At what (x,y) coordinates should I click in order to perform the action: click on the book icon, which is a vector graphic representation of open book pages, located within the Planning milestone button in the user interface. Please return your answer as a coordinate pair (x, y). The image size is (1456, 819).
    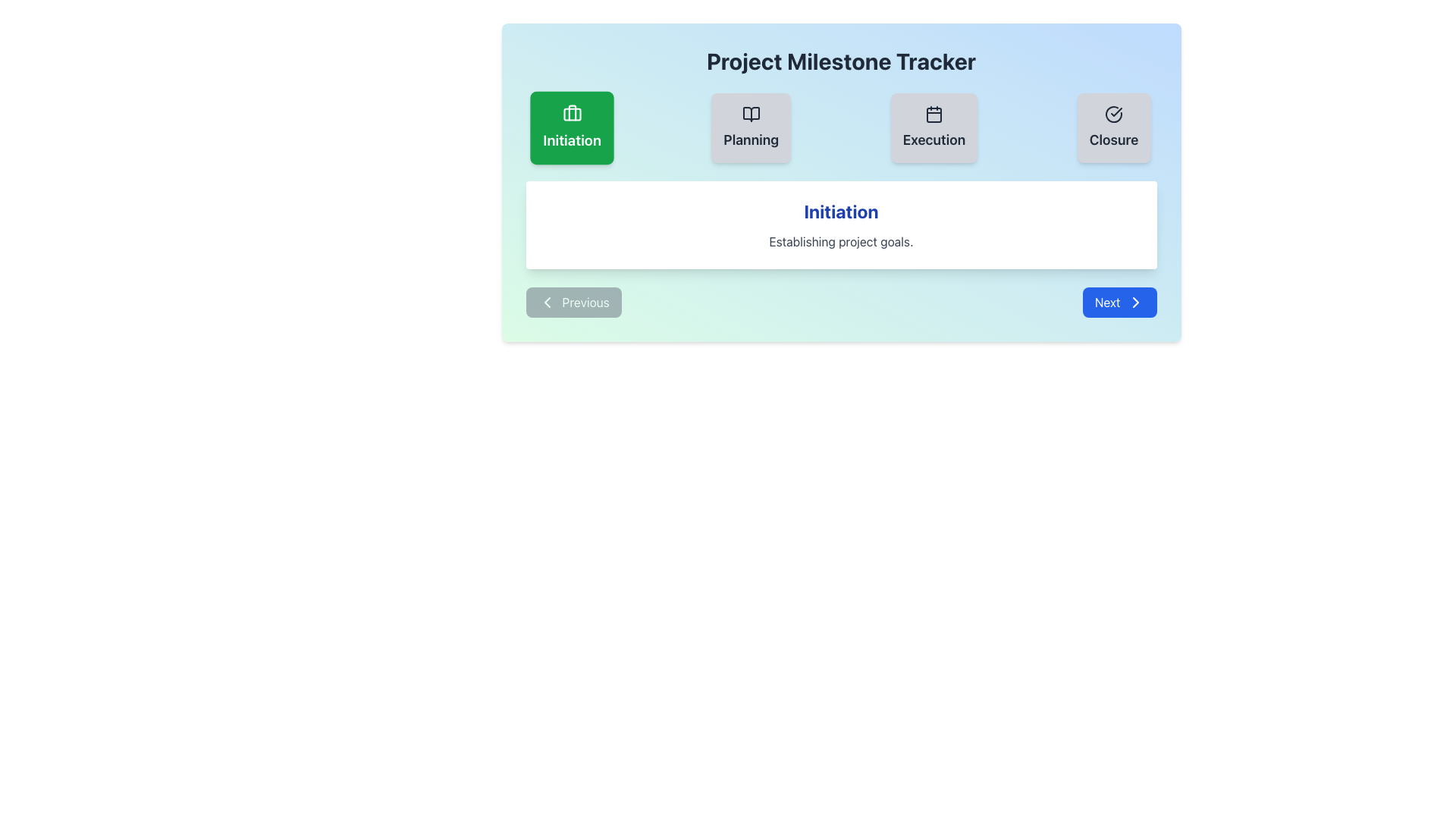
    Looking at the image, I should click on (751, 113).